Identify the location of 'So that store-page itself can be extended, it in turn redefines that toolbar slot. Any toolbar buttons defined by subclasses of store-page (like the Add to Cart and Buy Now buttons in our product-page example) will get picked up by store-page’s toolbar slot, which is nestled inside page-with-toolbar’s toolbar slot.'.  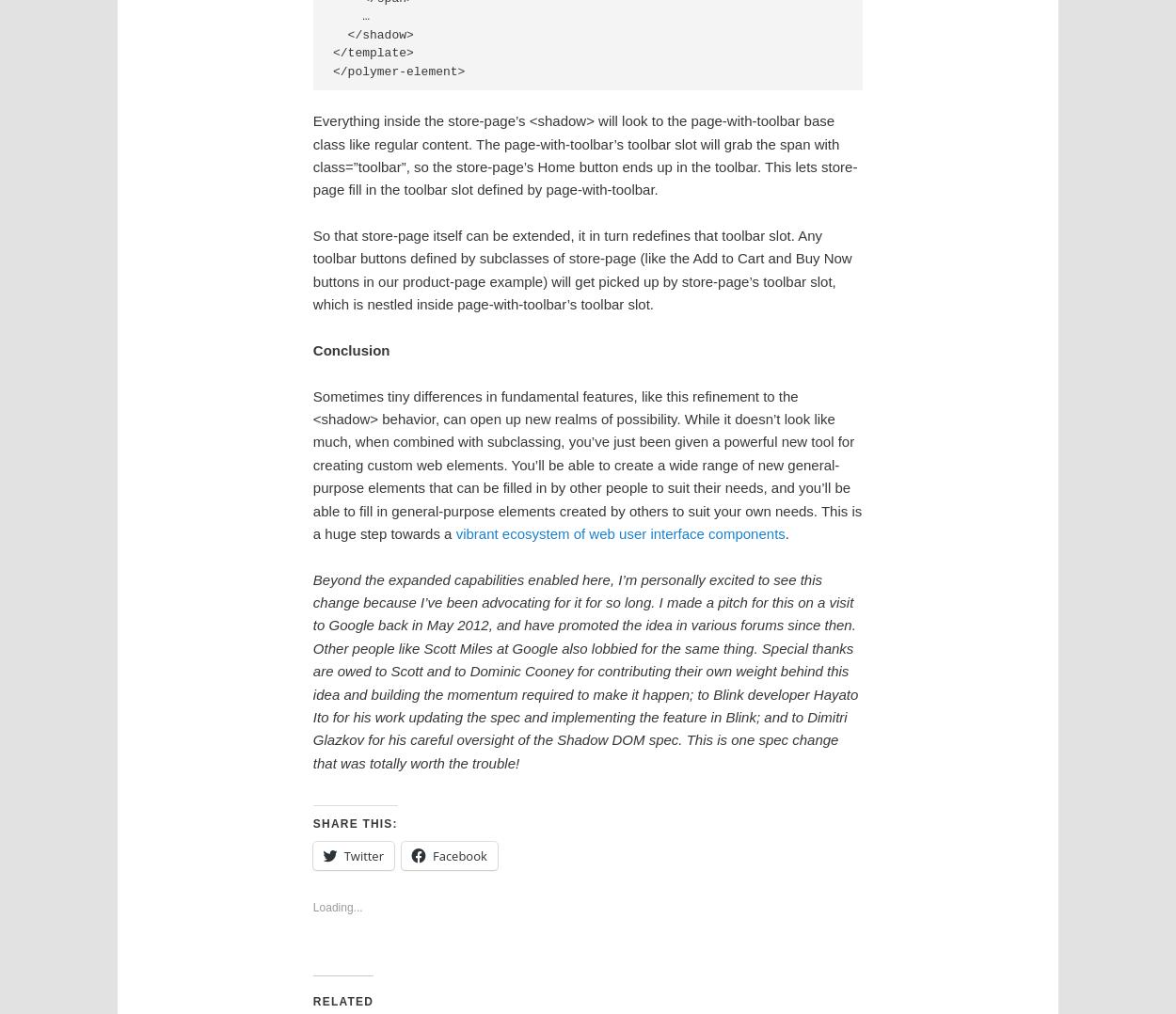
(580, 269).